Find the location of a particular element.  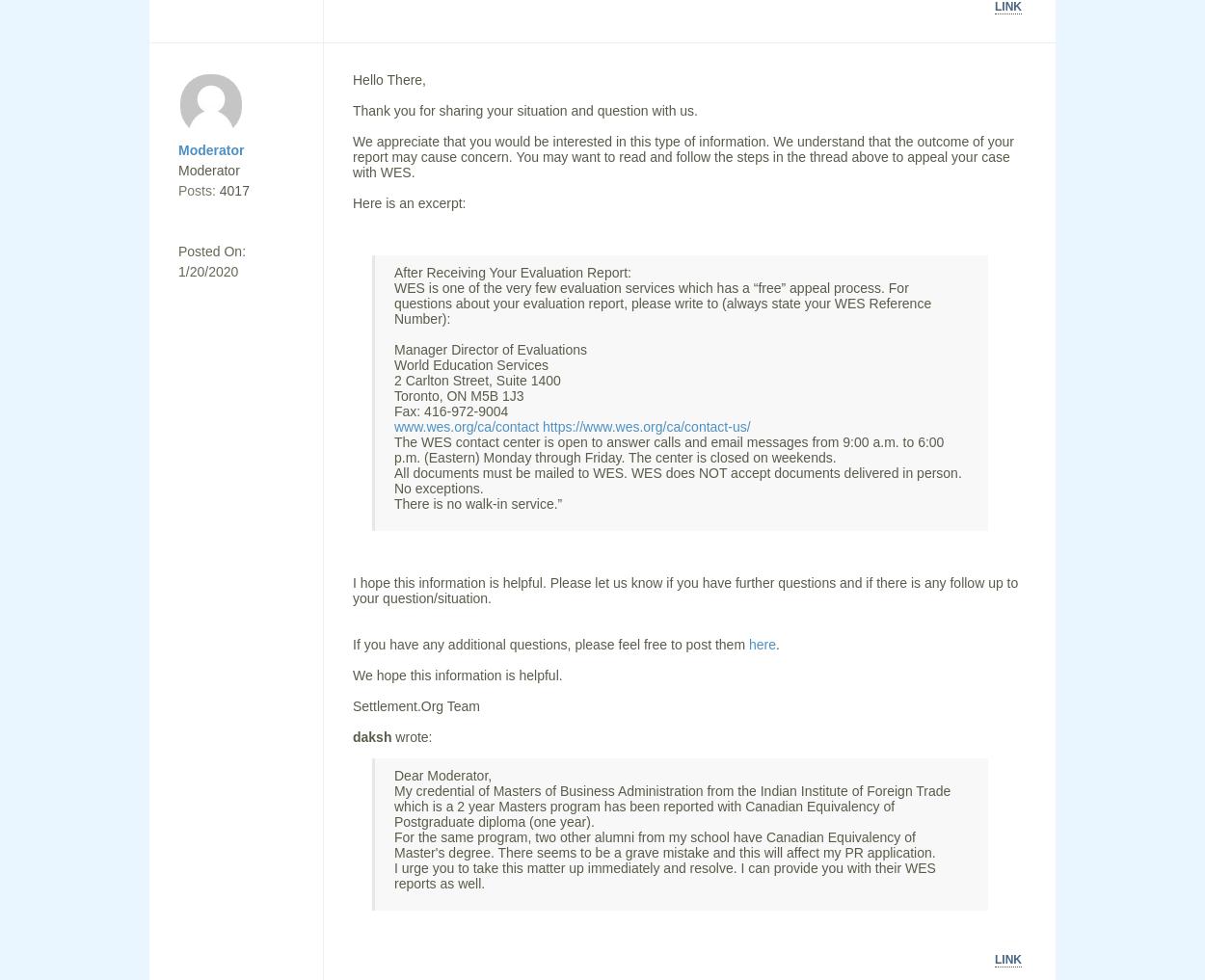

'here' is located at coordinates (748, 644).